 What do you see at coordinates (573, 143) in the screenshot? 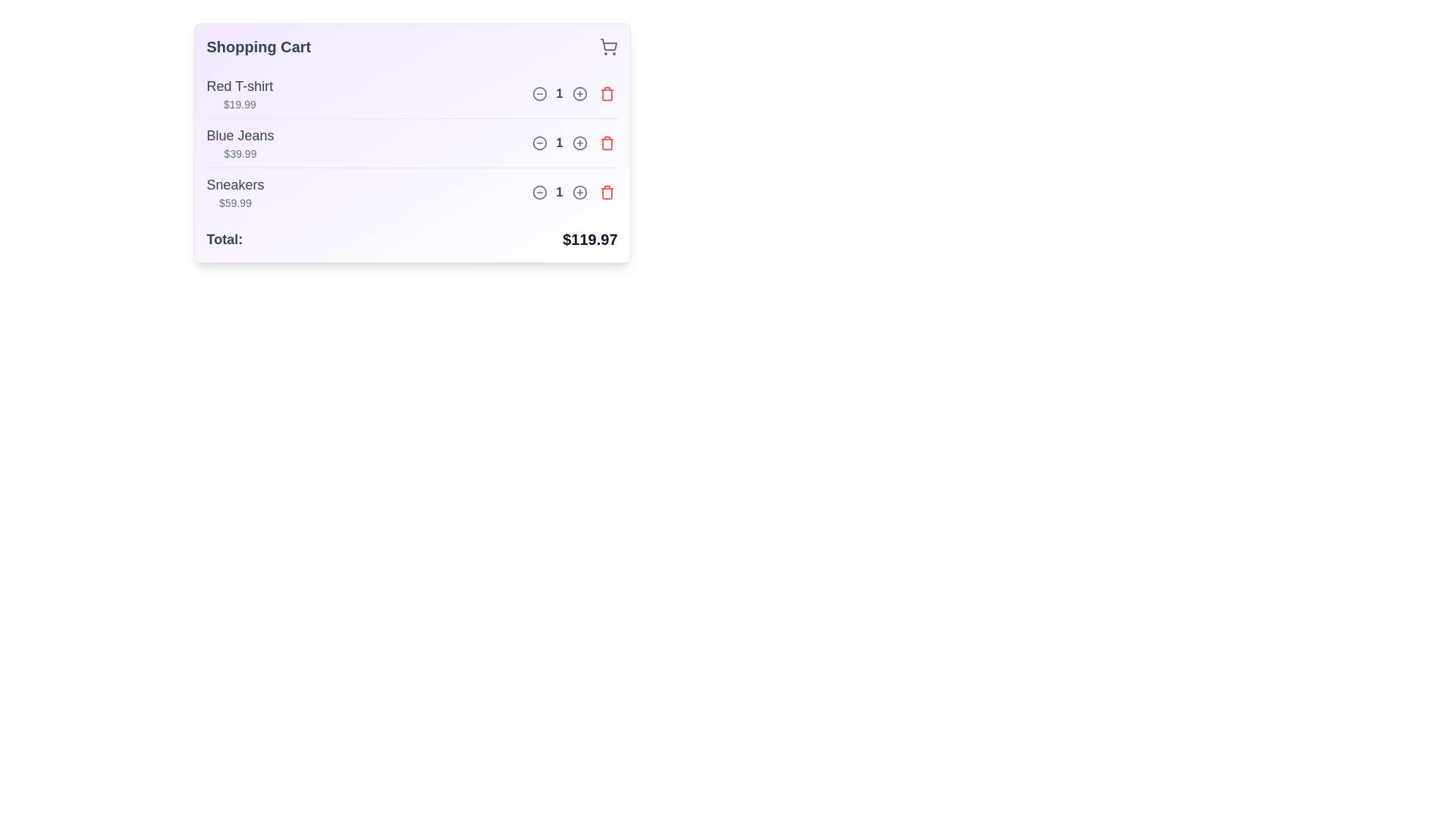
I see `the increment button for 'Blue Jeans' in the shopping cart interface` at bounding box center [573, 143].